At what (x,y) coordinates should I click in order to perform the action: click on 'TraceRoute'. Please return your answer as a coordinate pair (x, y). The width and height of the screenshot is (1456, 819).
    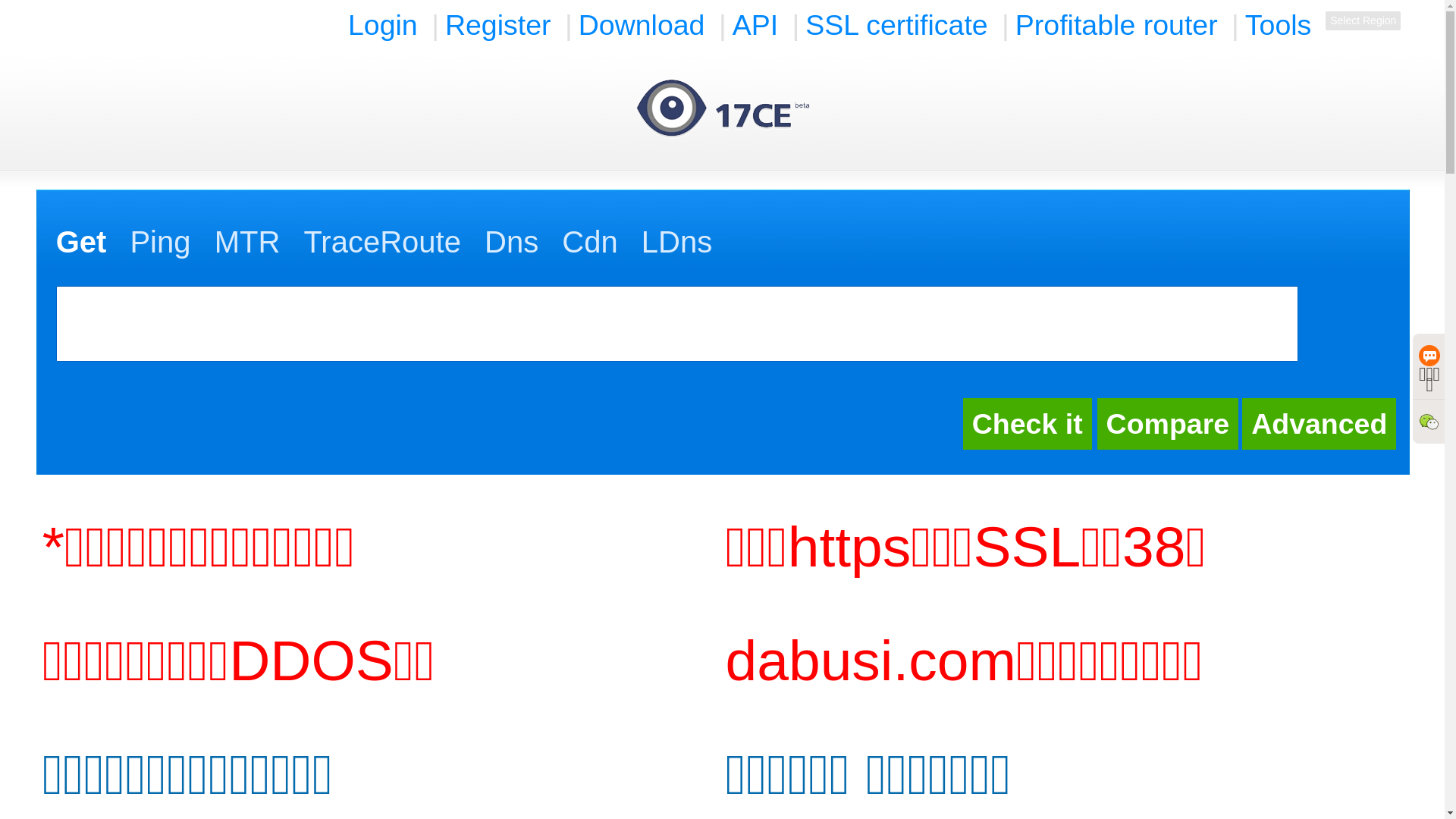
    Looking at the image, I should click on (382, 241).